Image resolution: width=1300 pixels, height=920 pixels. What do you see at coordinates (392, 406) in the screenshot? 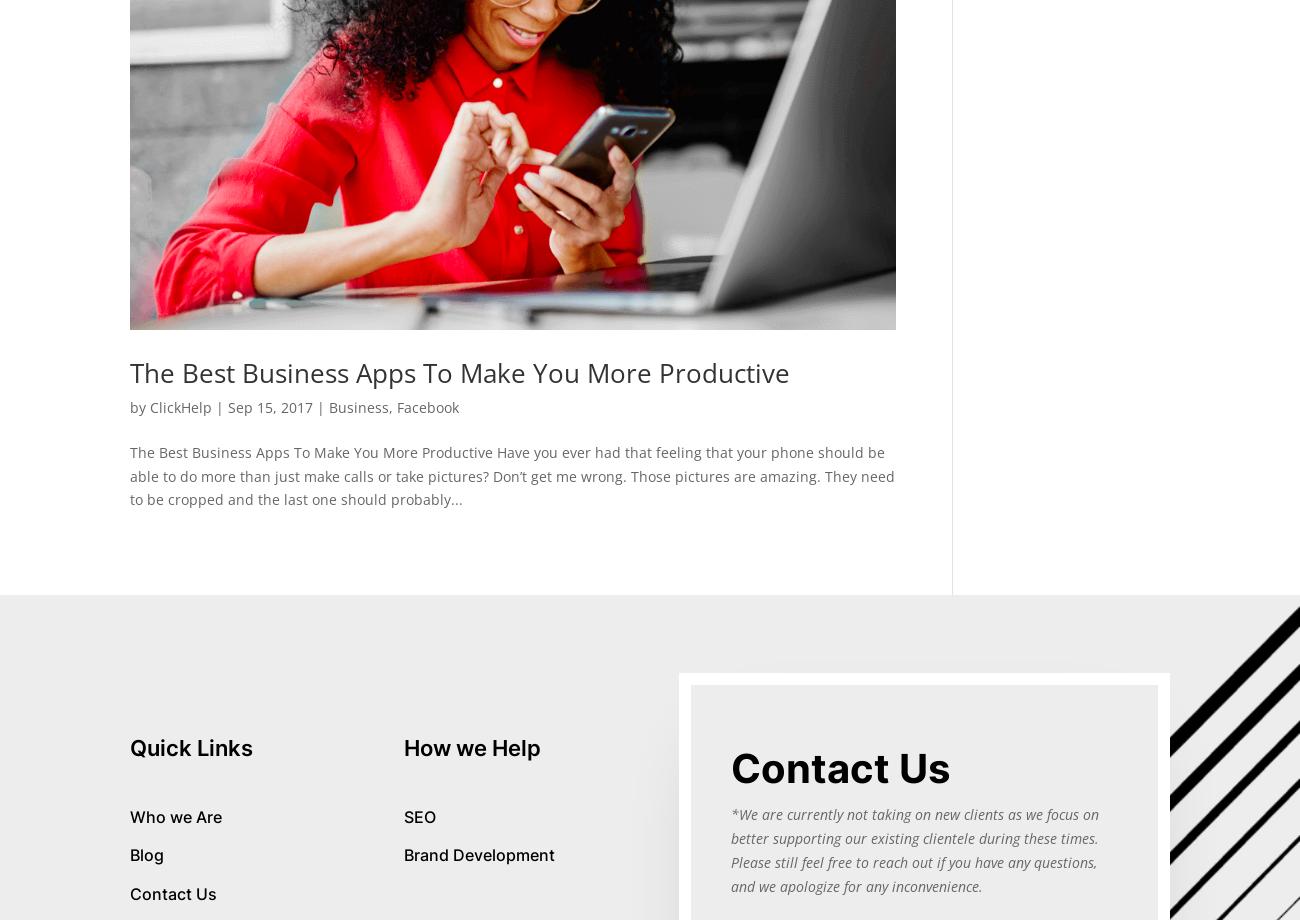
I see `','` at bounding box center [392, 406].